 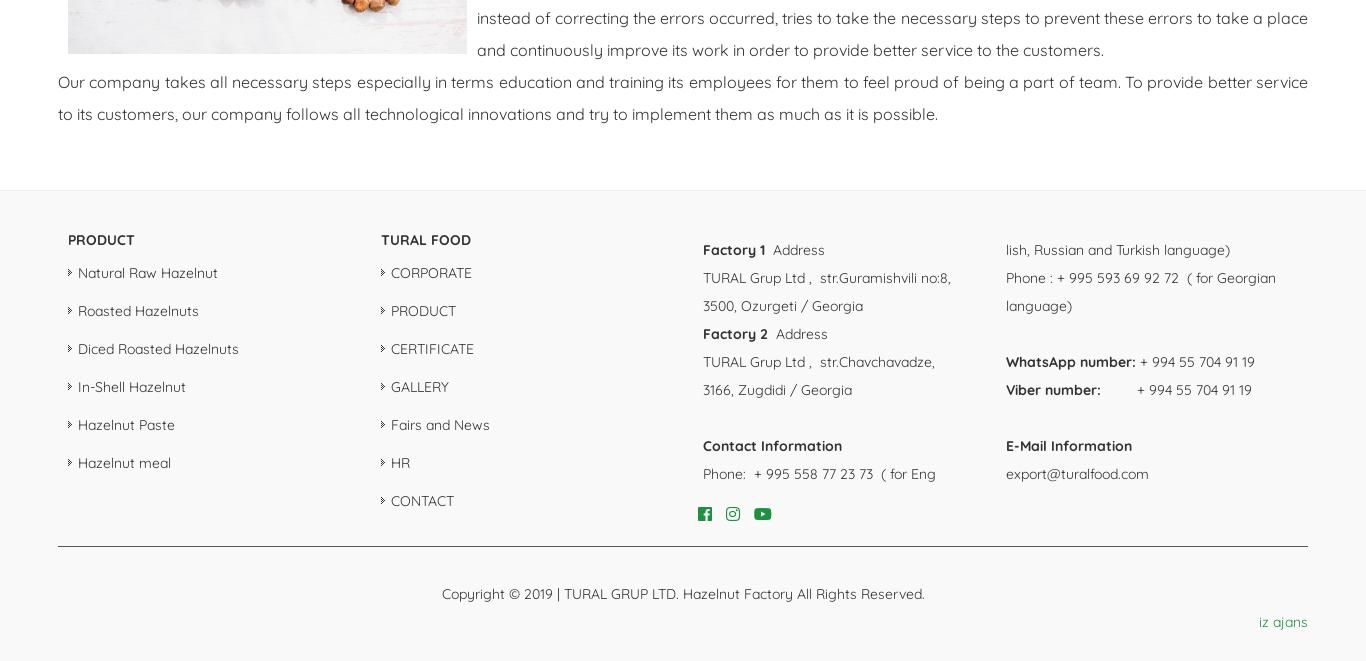 What do you see at coordinates (702, 445) in the screenshot?
I see `'Contact Information'` at bounding box center [702, 445].